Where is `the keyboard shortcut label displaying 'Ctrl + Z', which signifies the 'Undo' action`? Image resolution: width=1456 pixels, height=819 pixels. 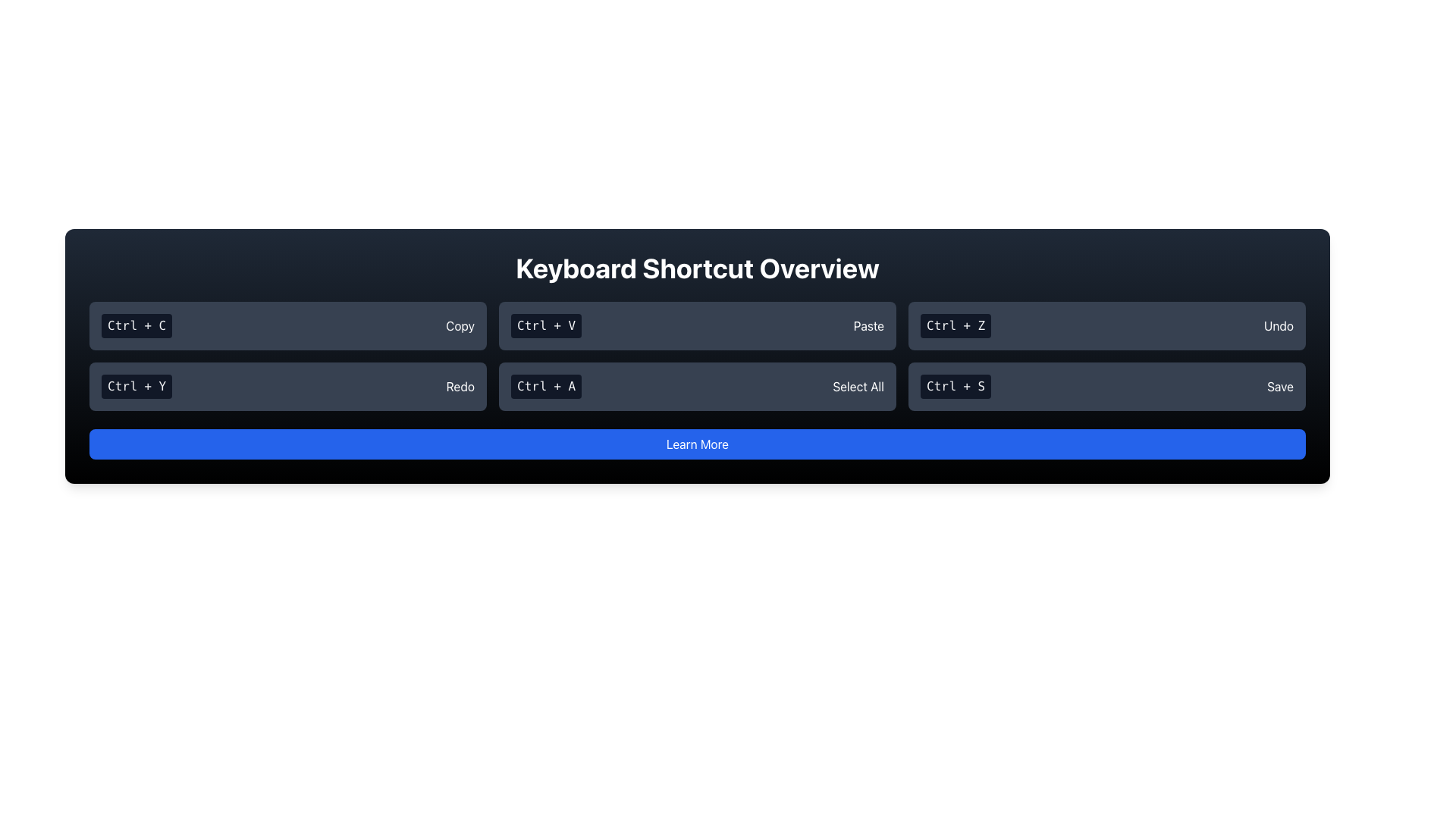 the keyboard shortcut label displaying 'Ctrl + Z', which signifies the 'Undo' action is located at coordinates (955, 325).